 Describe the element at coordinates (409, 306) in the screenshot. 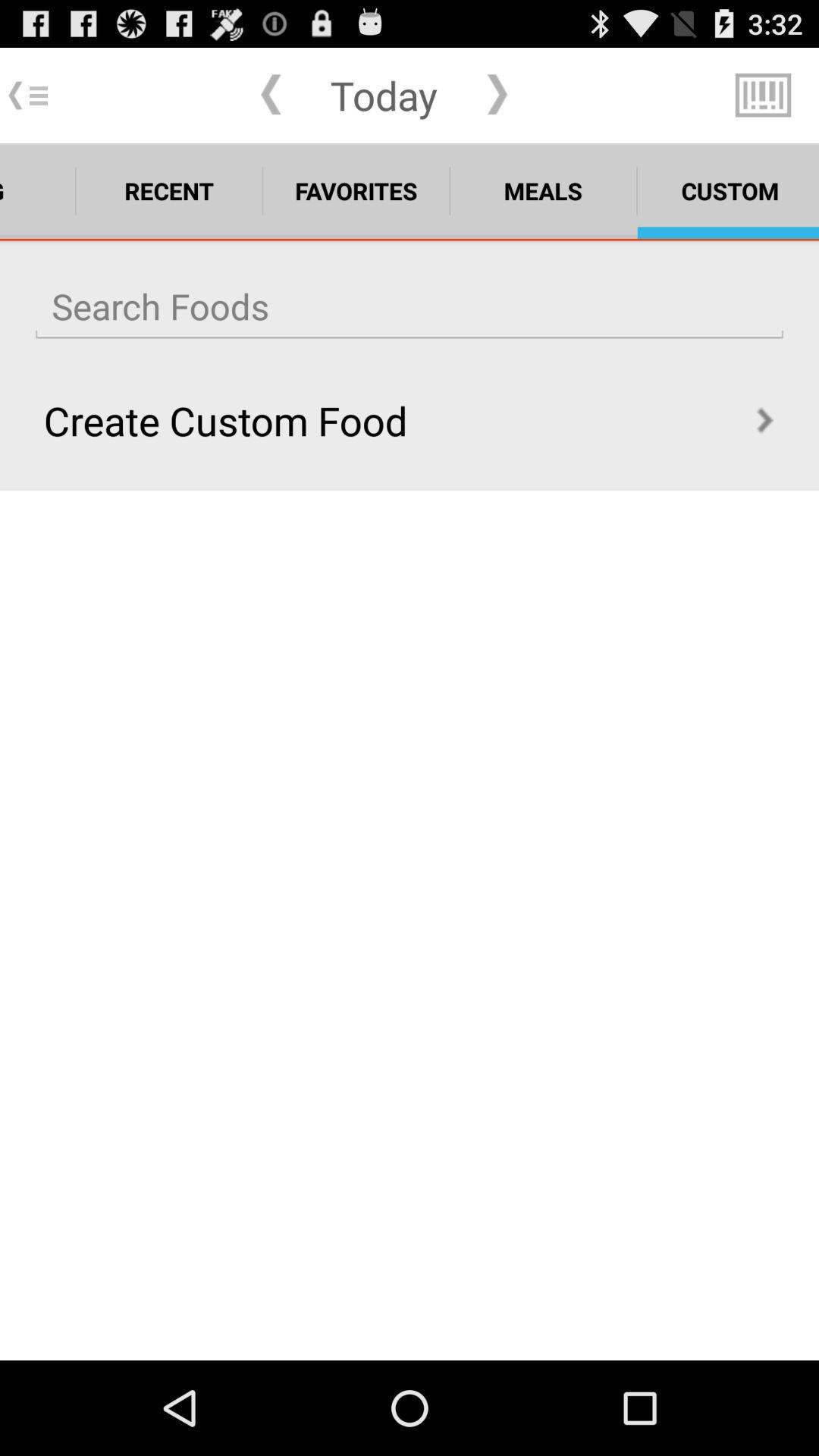

I see `search for foods` at that location.